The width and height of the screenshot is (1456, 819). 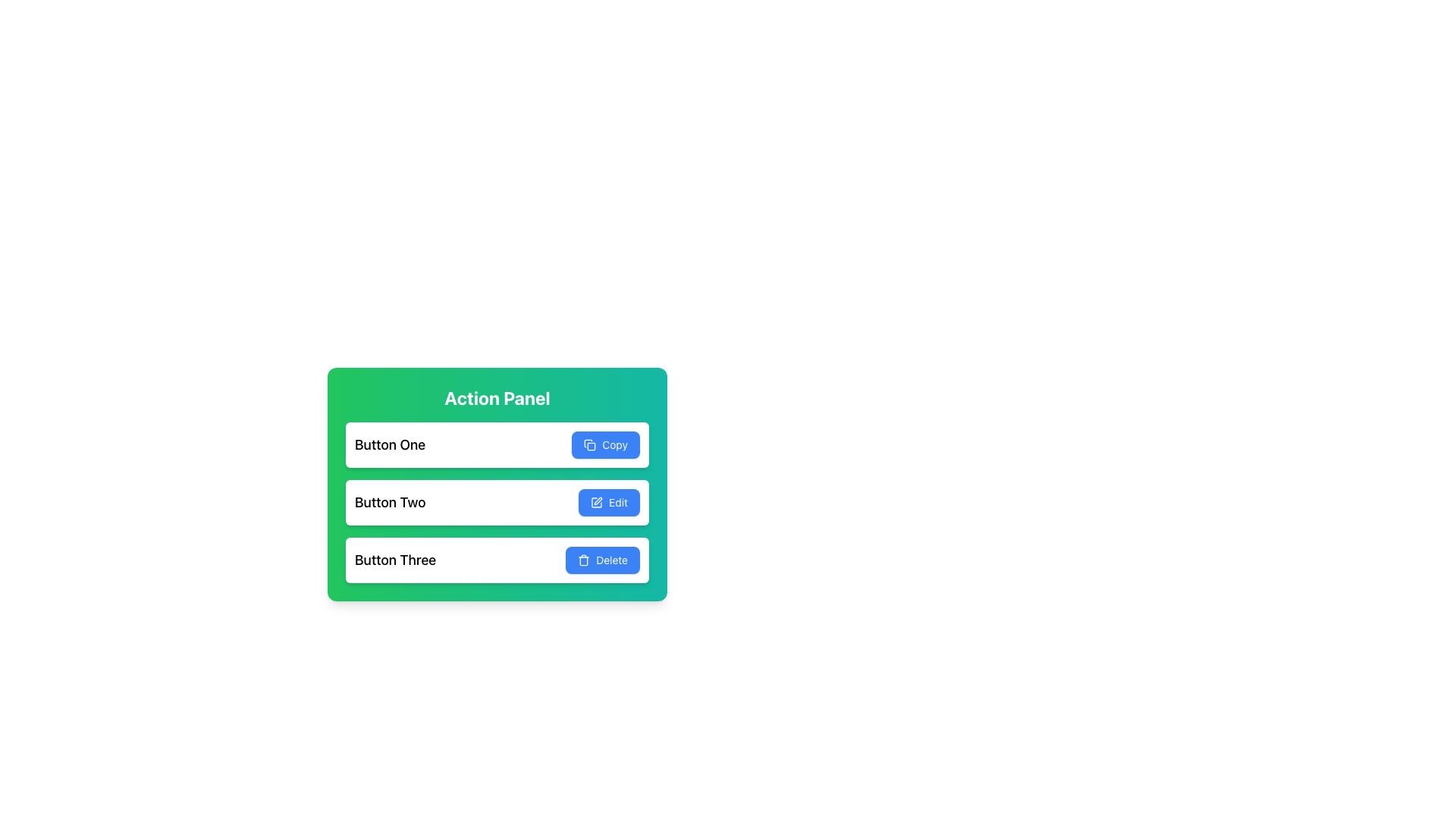 I want to click on the 'Copy' icon located in the upper-right corner of the blue 'Copy' button in the first row of the vertical action list panel, so click(x=588, y=444).